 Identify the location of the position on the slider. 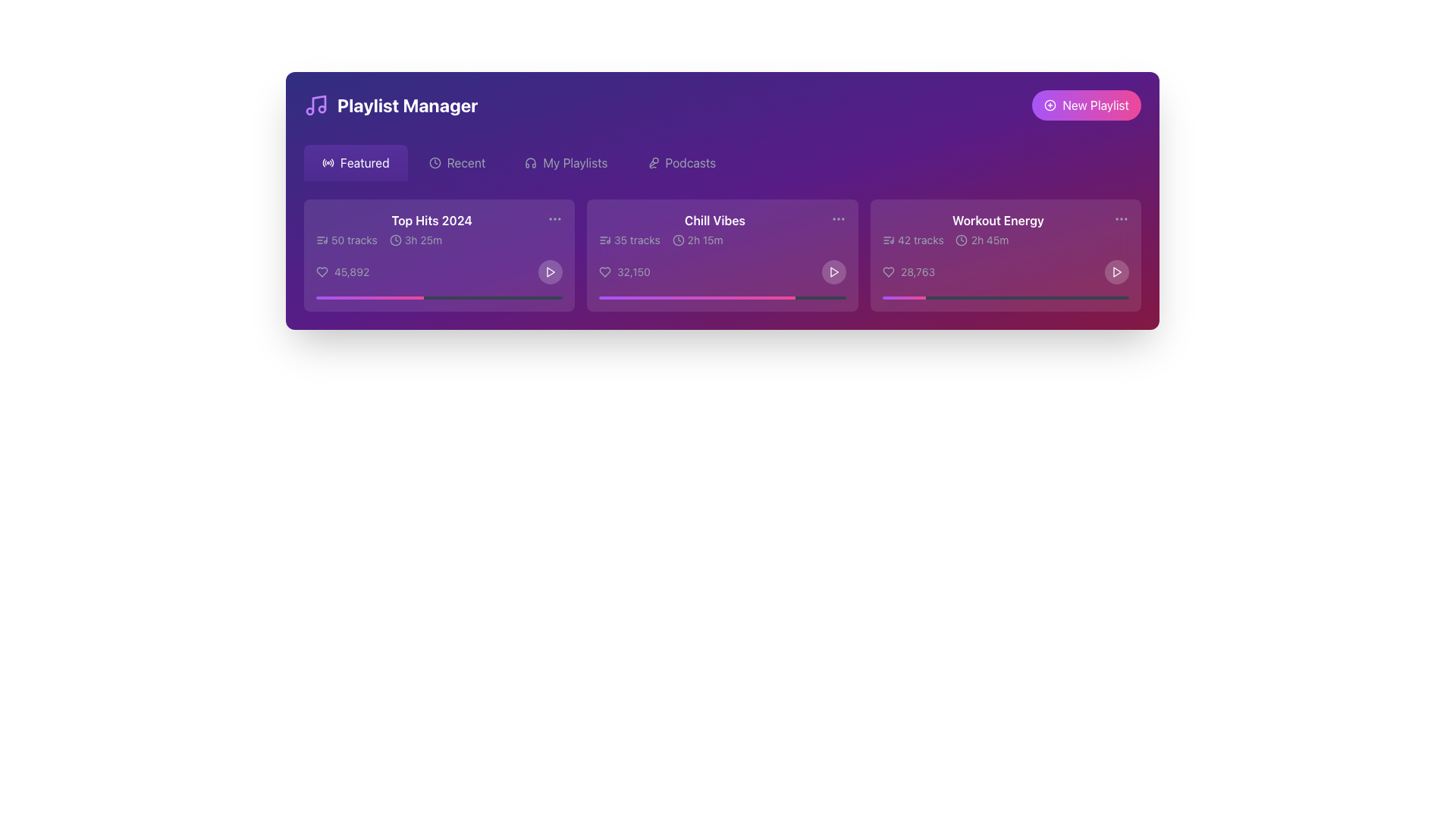
(792, 298).